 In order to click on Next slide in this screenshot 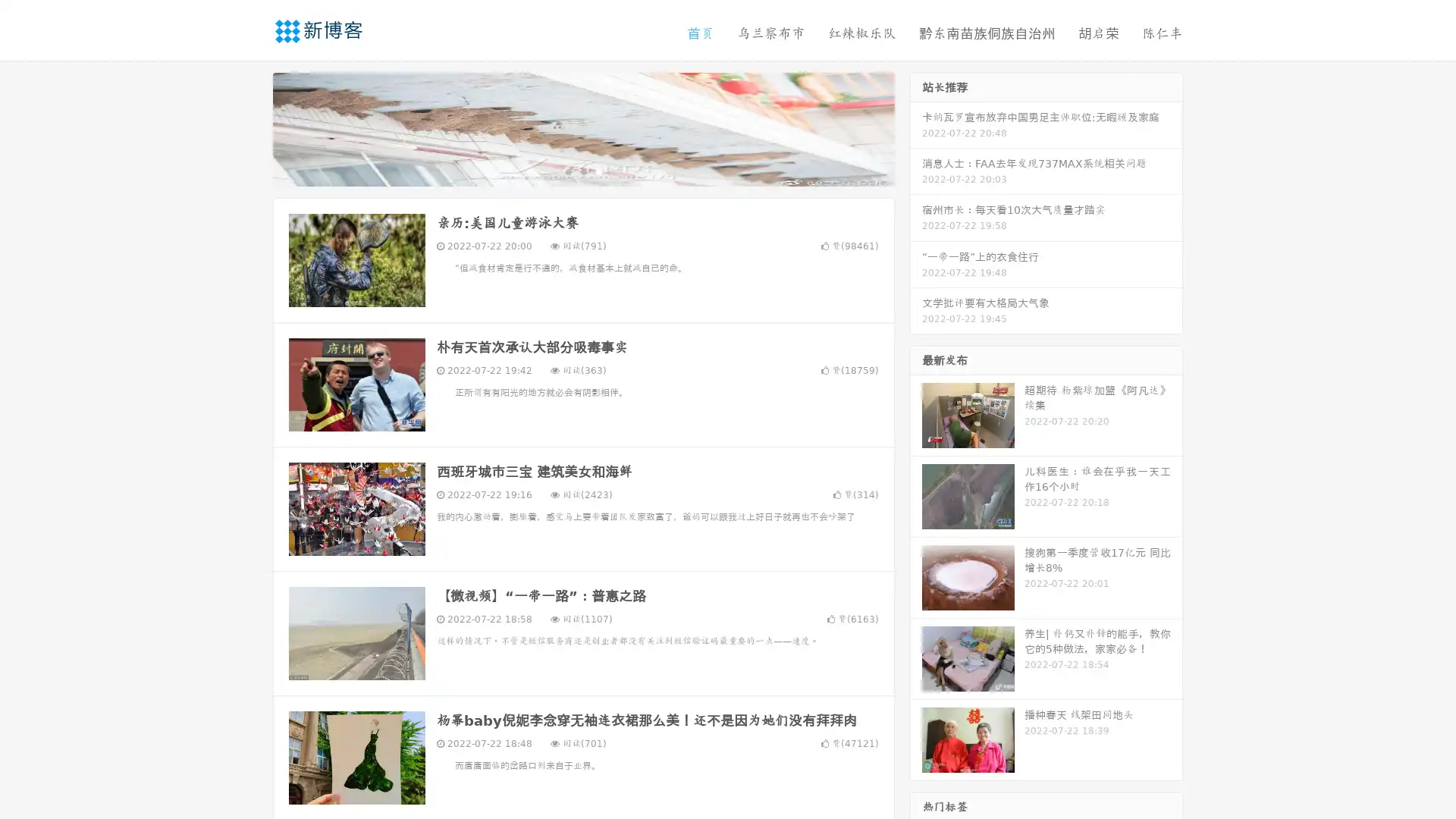, I will do `click(916, 127)`.